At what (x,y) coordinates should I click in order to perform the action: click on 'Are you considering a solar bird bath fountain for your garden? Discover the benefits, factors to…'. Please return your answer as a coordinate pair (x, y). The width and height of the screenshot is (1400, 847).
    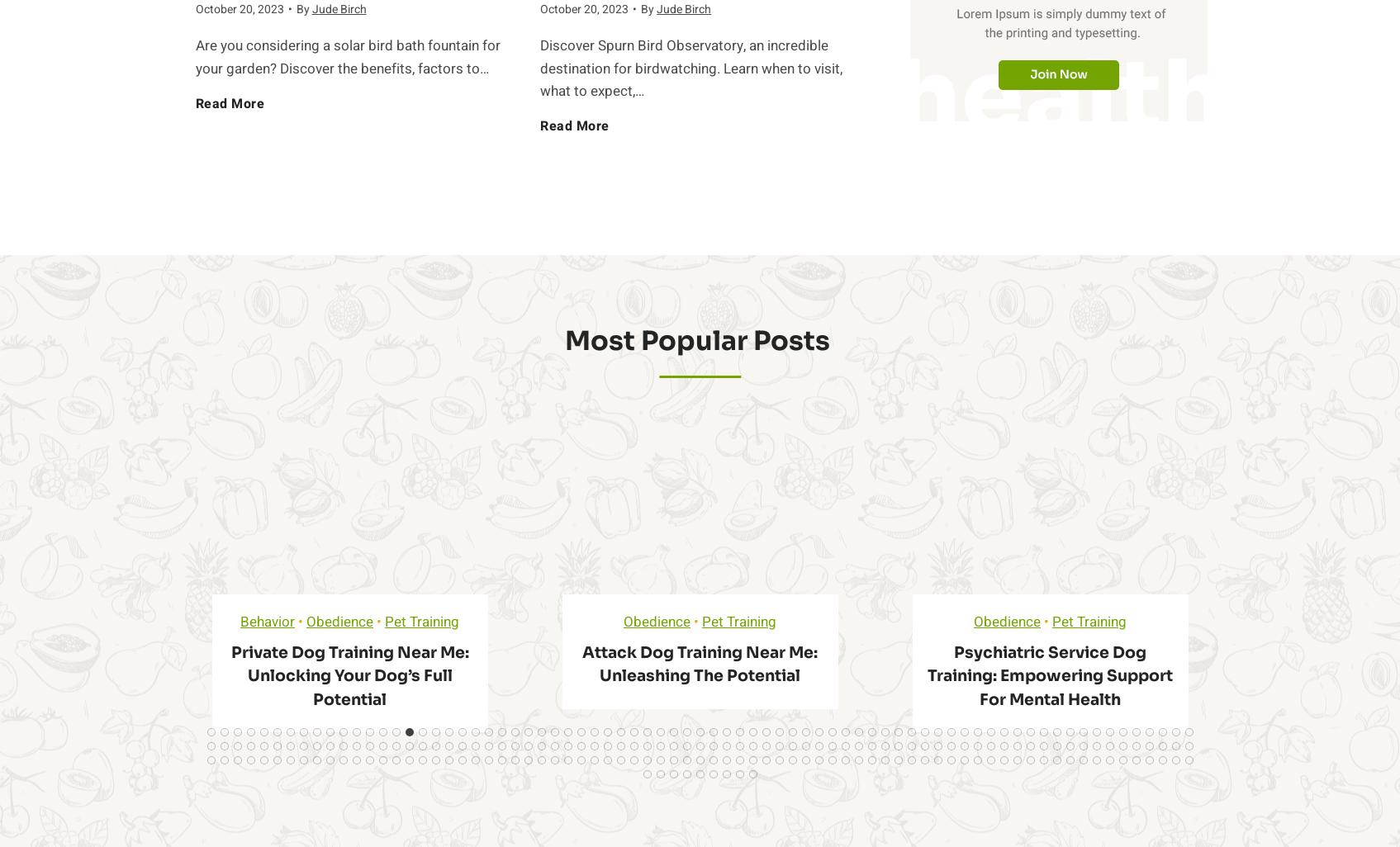
    Looking at the image, I should click on (193, 56).